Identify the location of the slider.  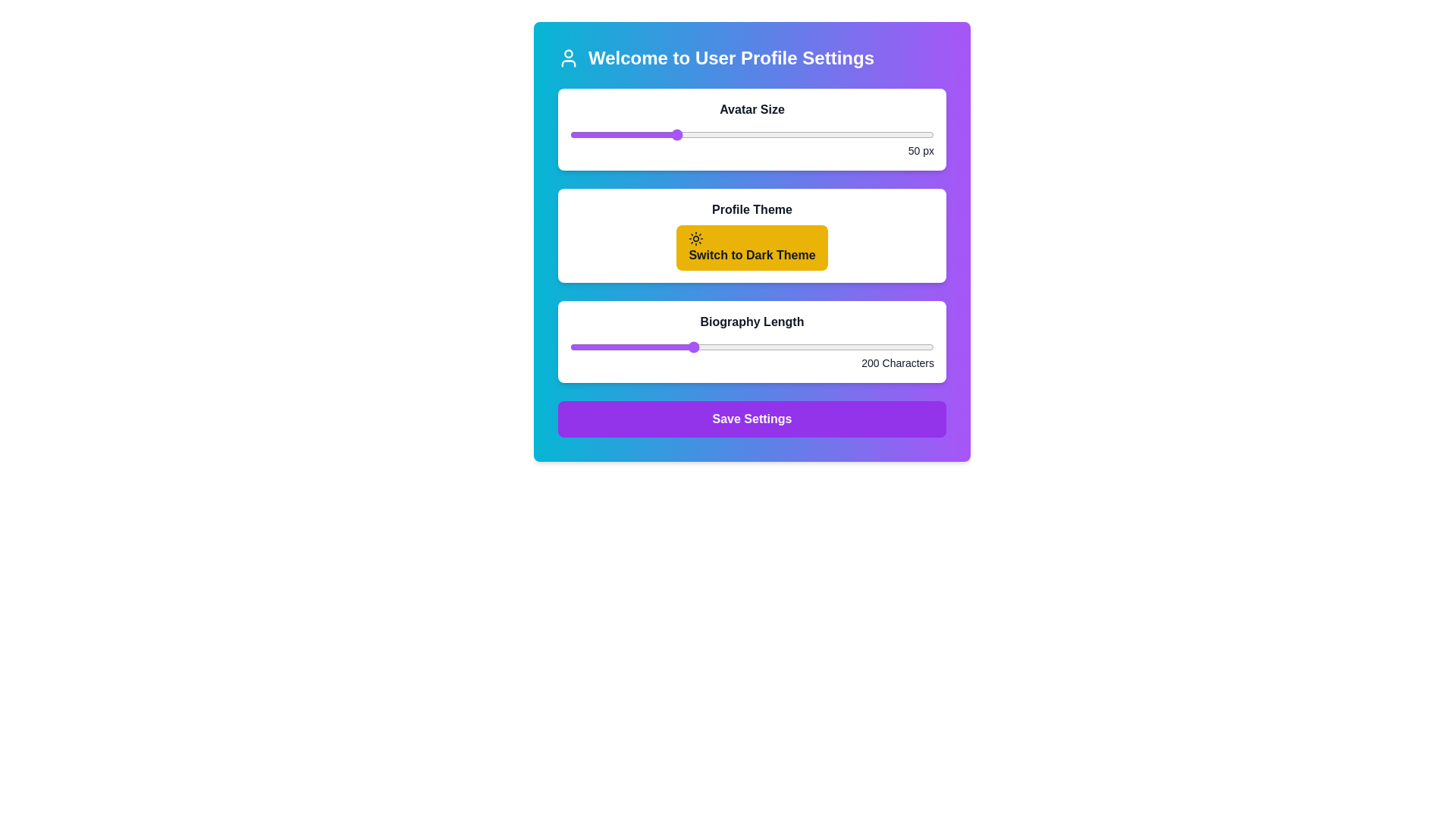
(622, 133).